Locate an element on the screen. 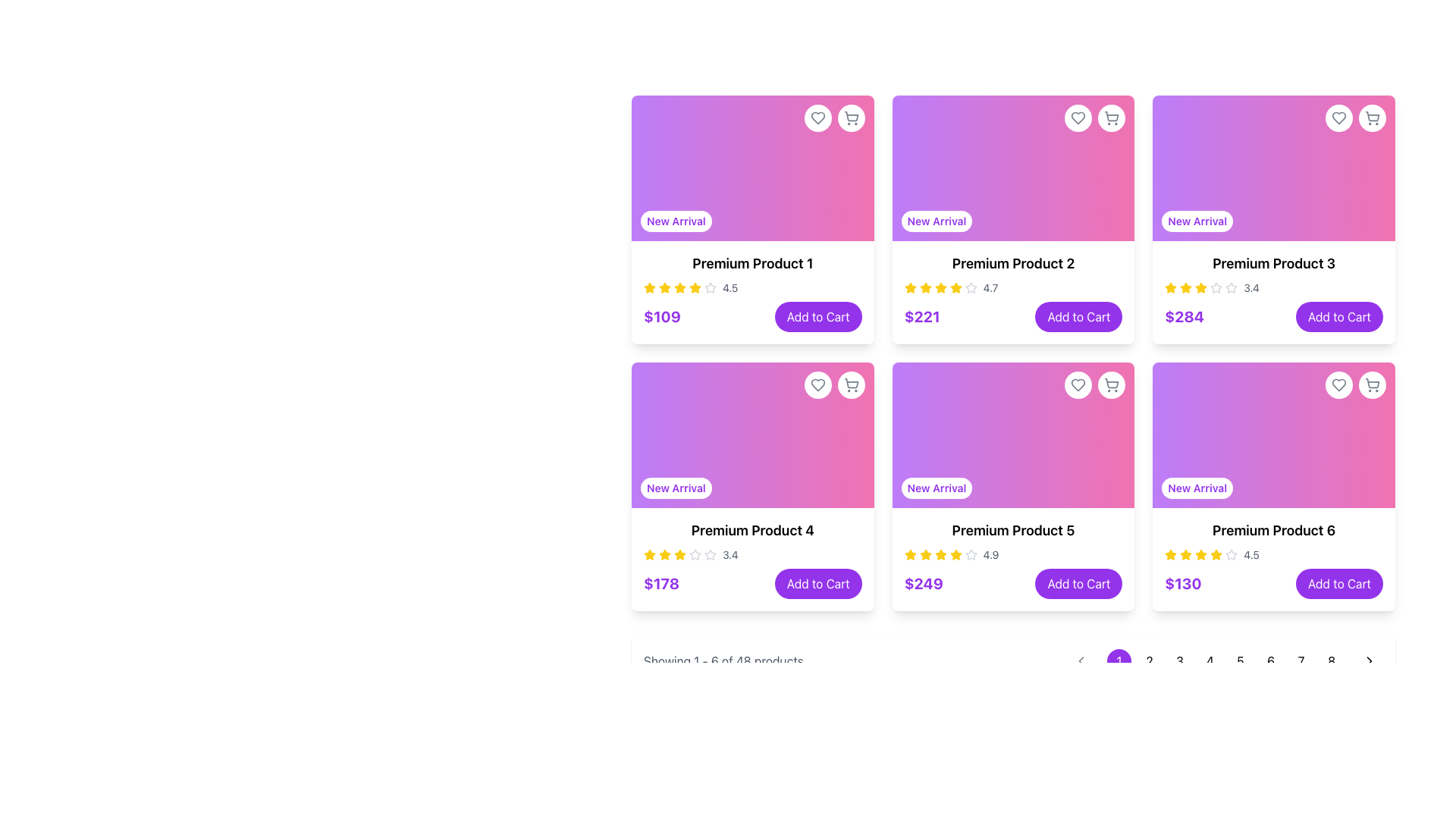  the heart-shaped icon button in the top-right corner of the 'Premium Product 2' card is located at coordinates (1078, 117).